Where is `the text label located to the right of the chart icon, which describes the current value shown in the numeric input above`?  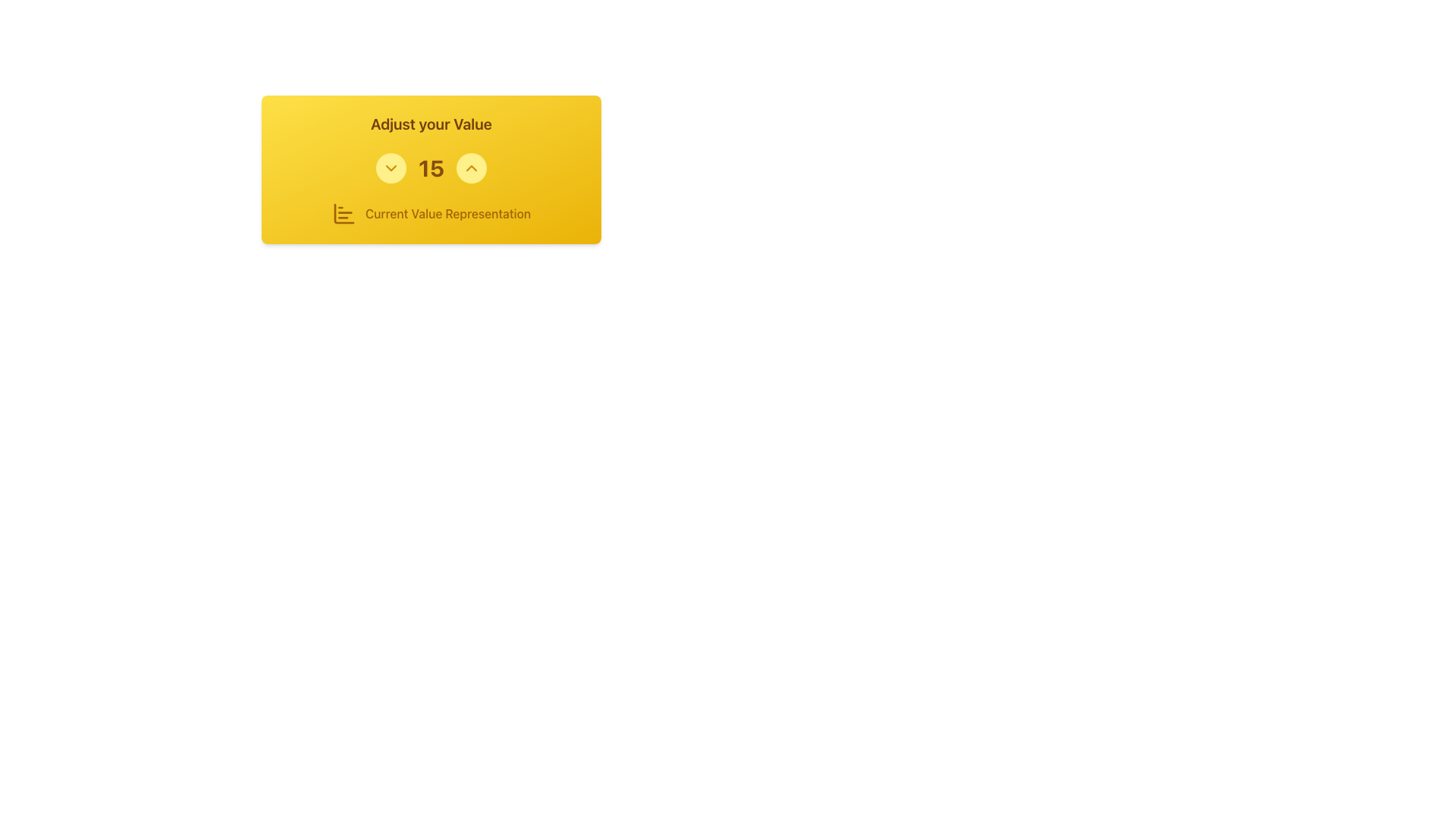
the text label located to the right of the chart icon, which describes the current value shown in the numeric input above is located at coordinates (447, 213).